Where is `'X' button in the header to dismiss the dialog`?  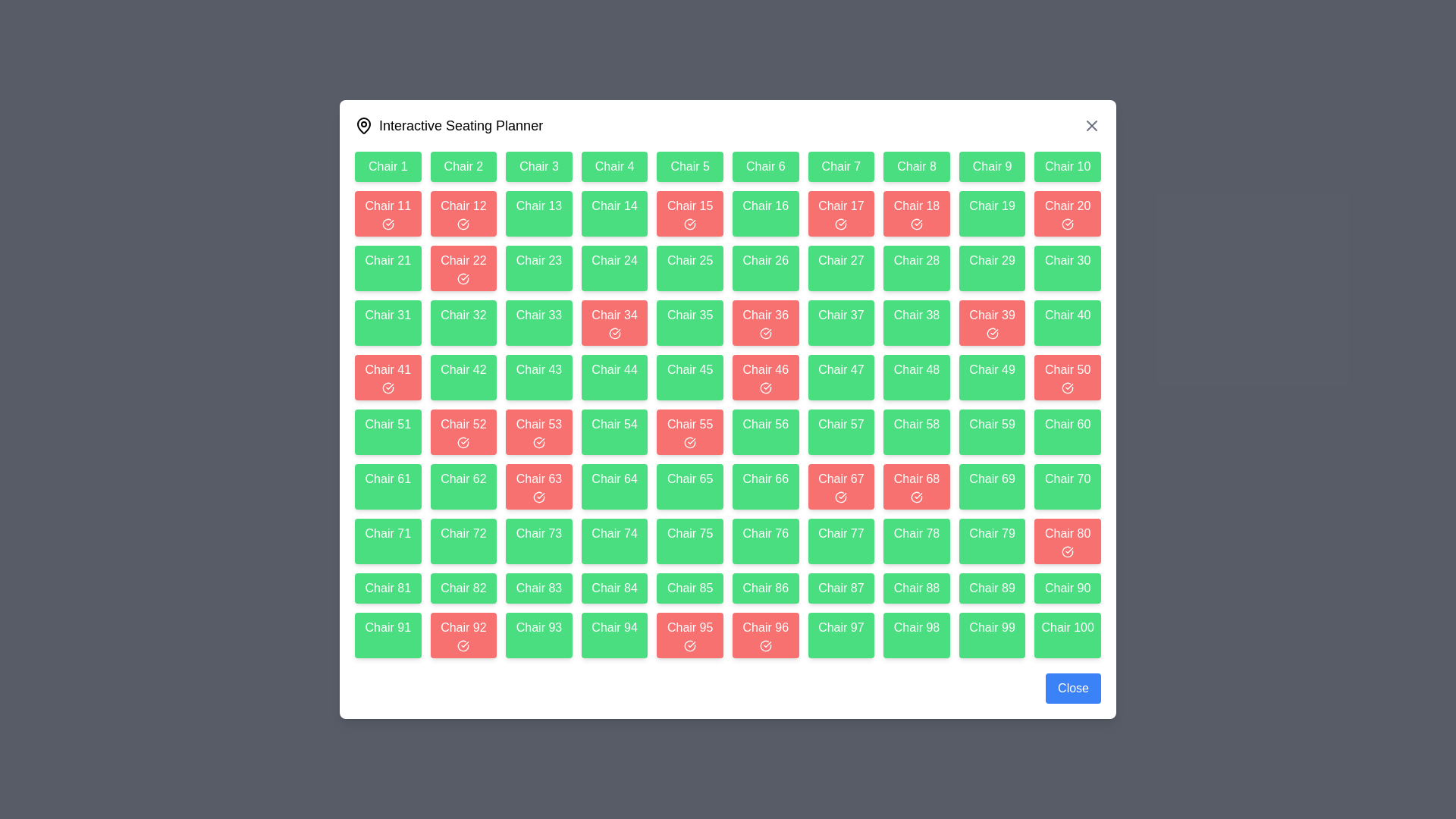 'X' button in the header to dismiss the dialog is located at coordinates (1092, 124).